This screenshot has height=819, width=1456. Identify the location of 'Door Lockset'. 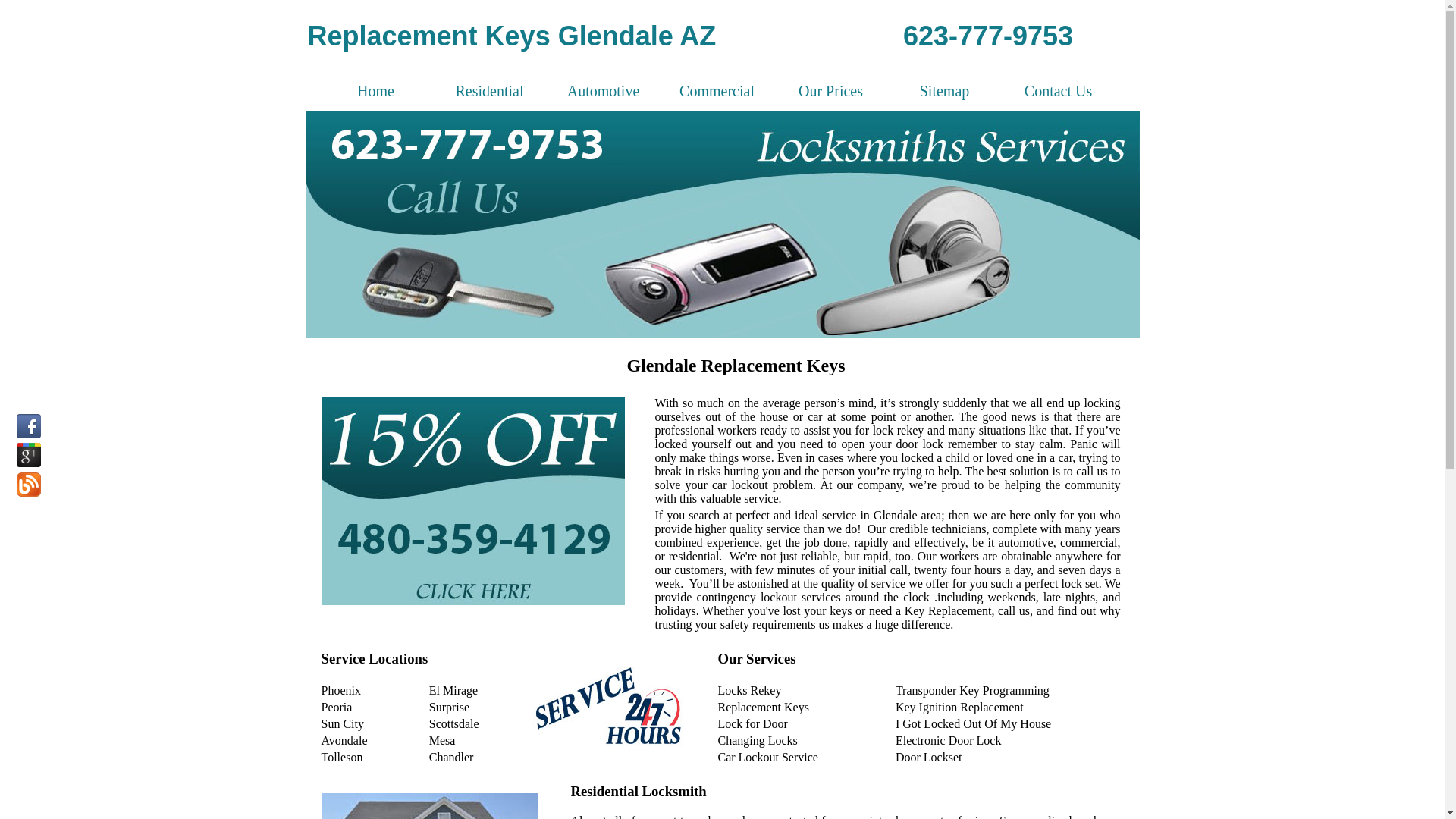
(927, 757).